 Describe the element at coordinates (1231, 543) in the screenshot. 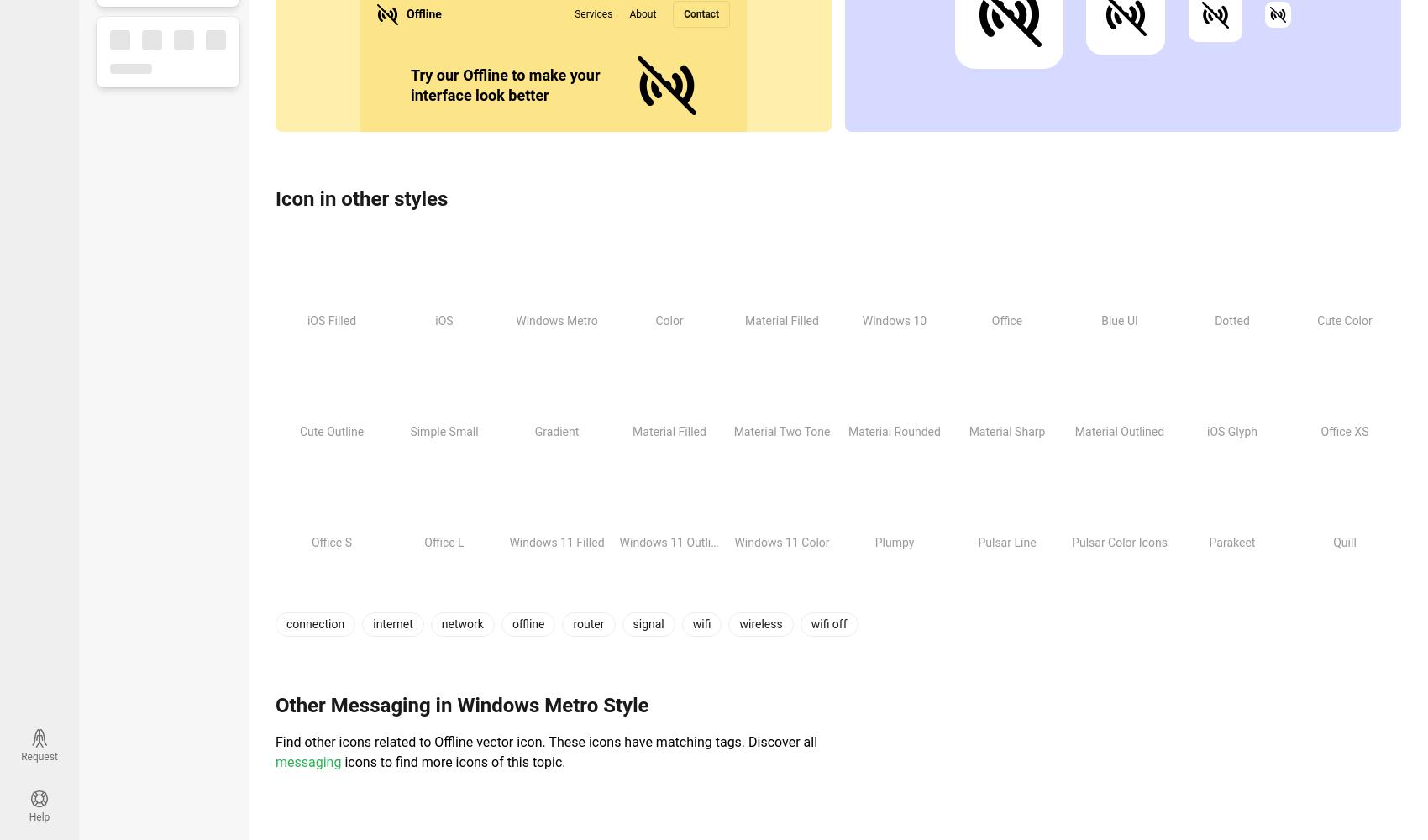

I see `'Parakeet'` at that location.